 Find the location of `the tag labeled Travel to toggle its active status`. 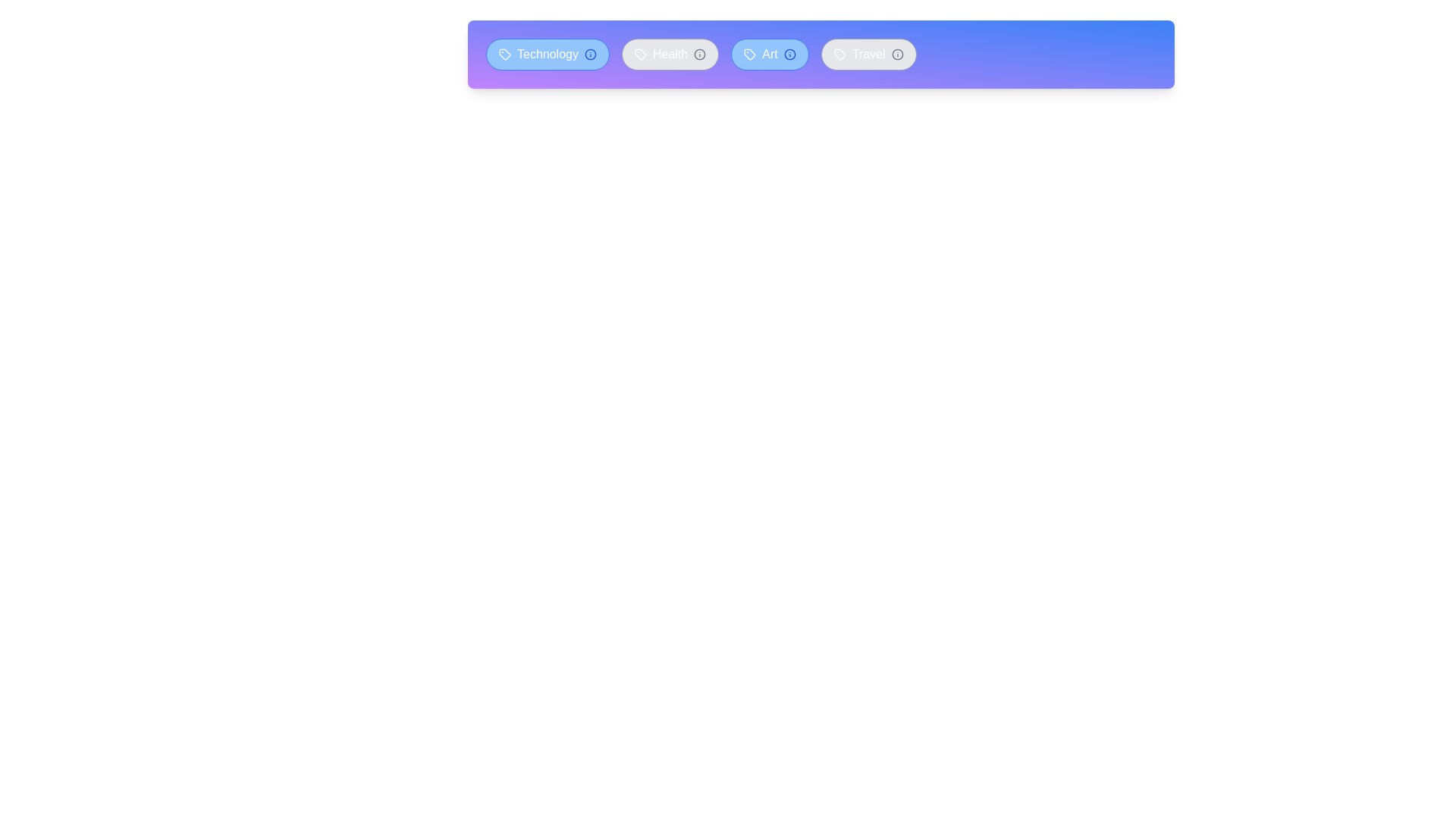

the tag labeled Travel to toggle its active status is located at coordinates (868, 54).